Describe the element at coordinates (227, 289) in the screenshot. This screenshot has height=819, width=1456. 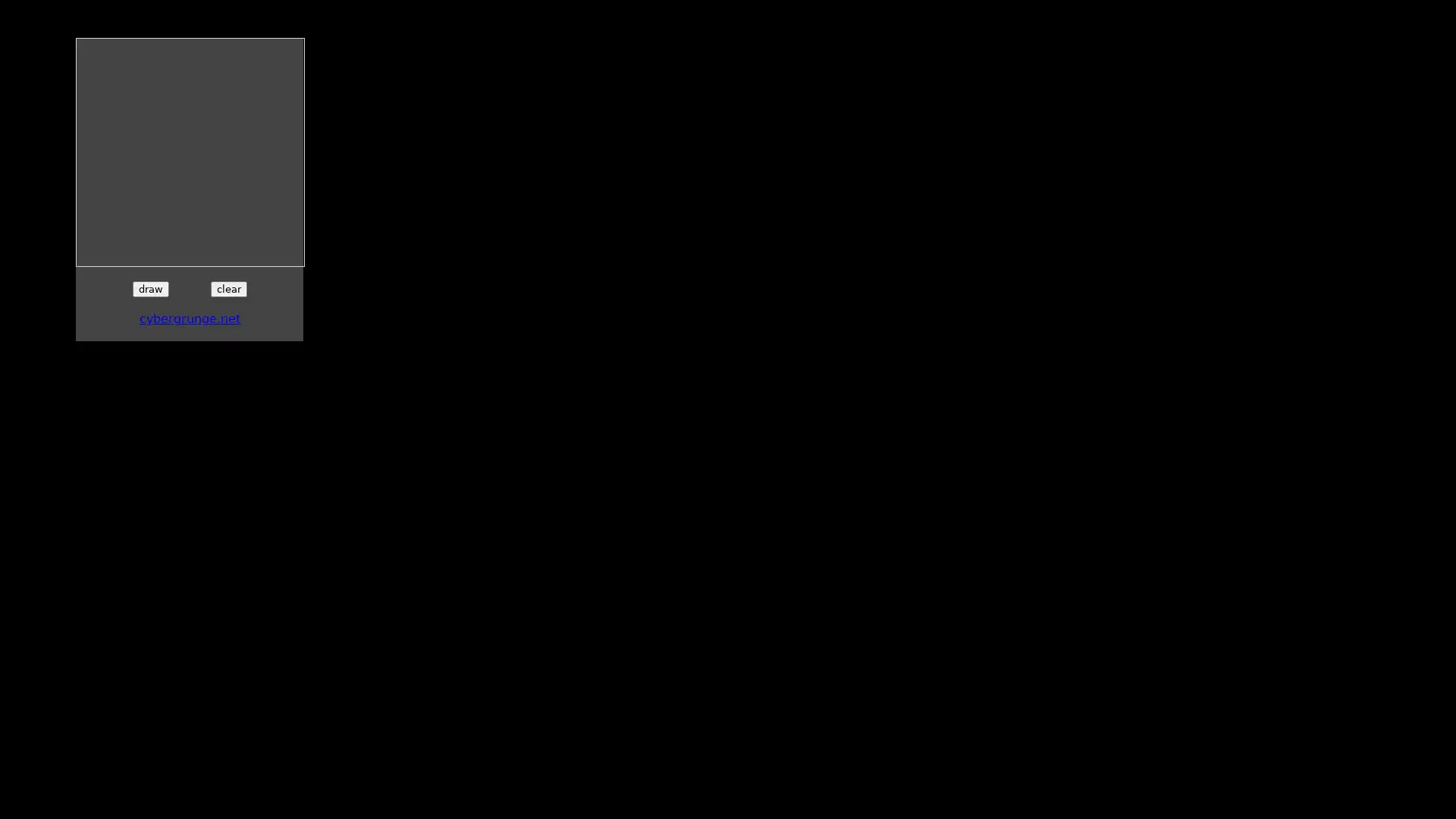
I see `clear` at that location.